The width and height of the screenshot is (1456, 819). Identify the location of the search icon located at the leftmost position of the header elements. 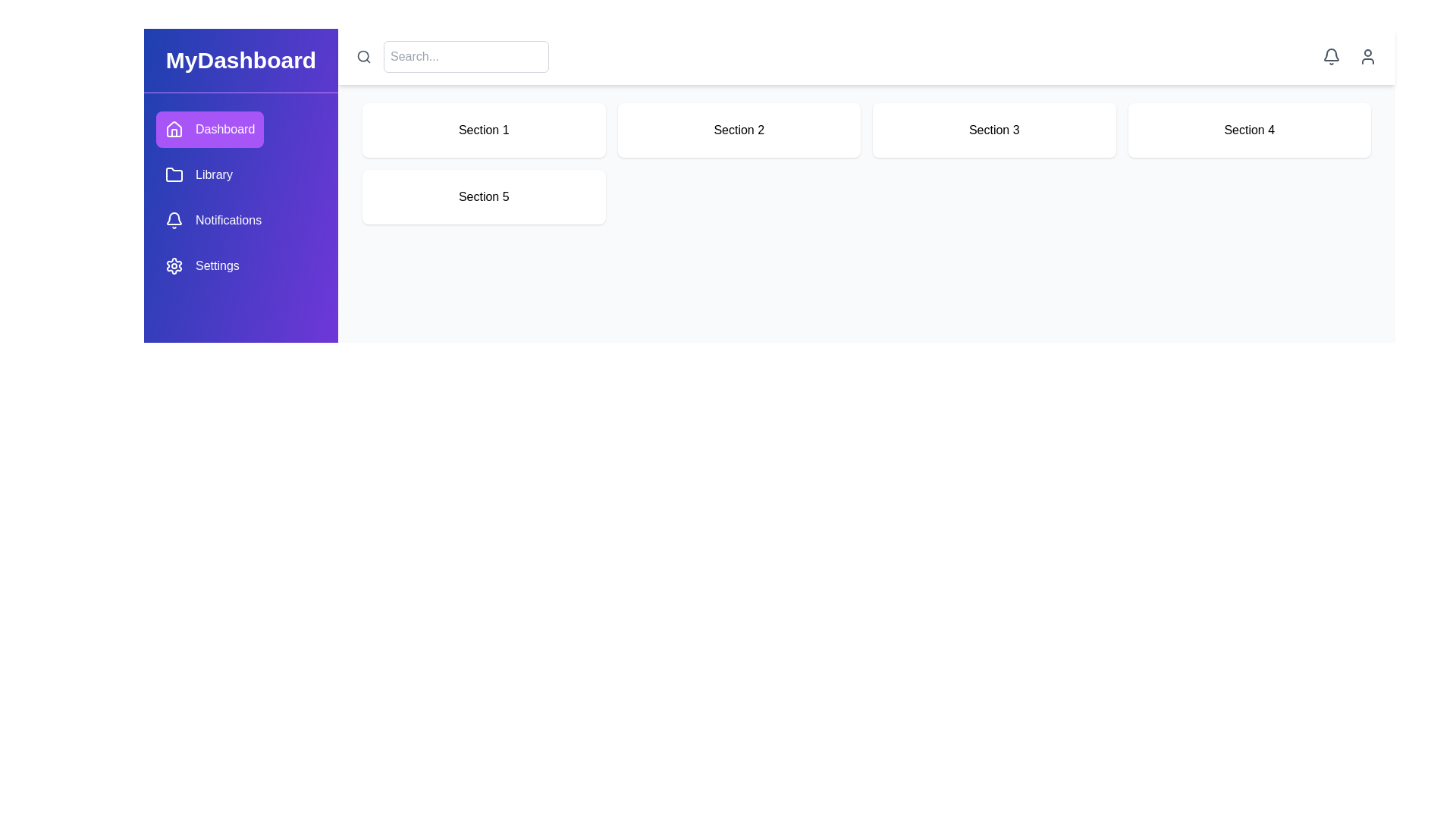
(364, 55).